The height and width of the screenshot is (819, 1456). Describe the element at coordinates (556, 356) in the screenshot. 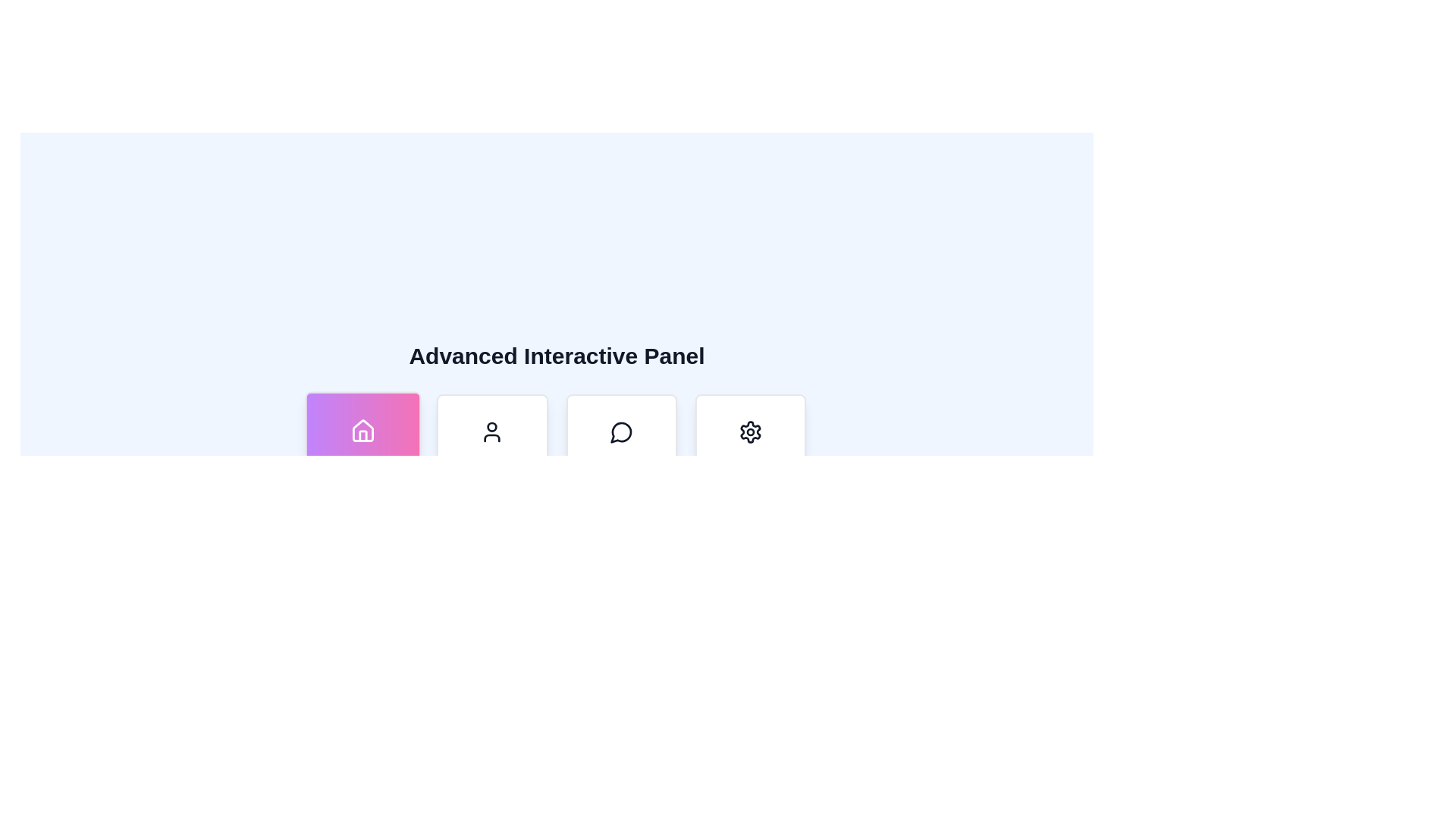

I see `heading text displayed as a title for the section, located centered above the grid of icons including 'Dashboard', 'Profile', 'Messages', and 'Settings'` at that location.